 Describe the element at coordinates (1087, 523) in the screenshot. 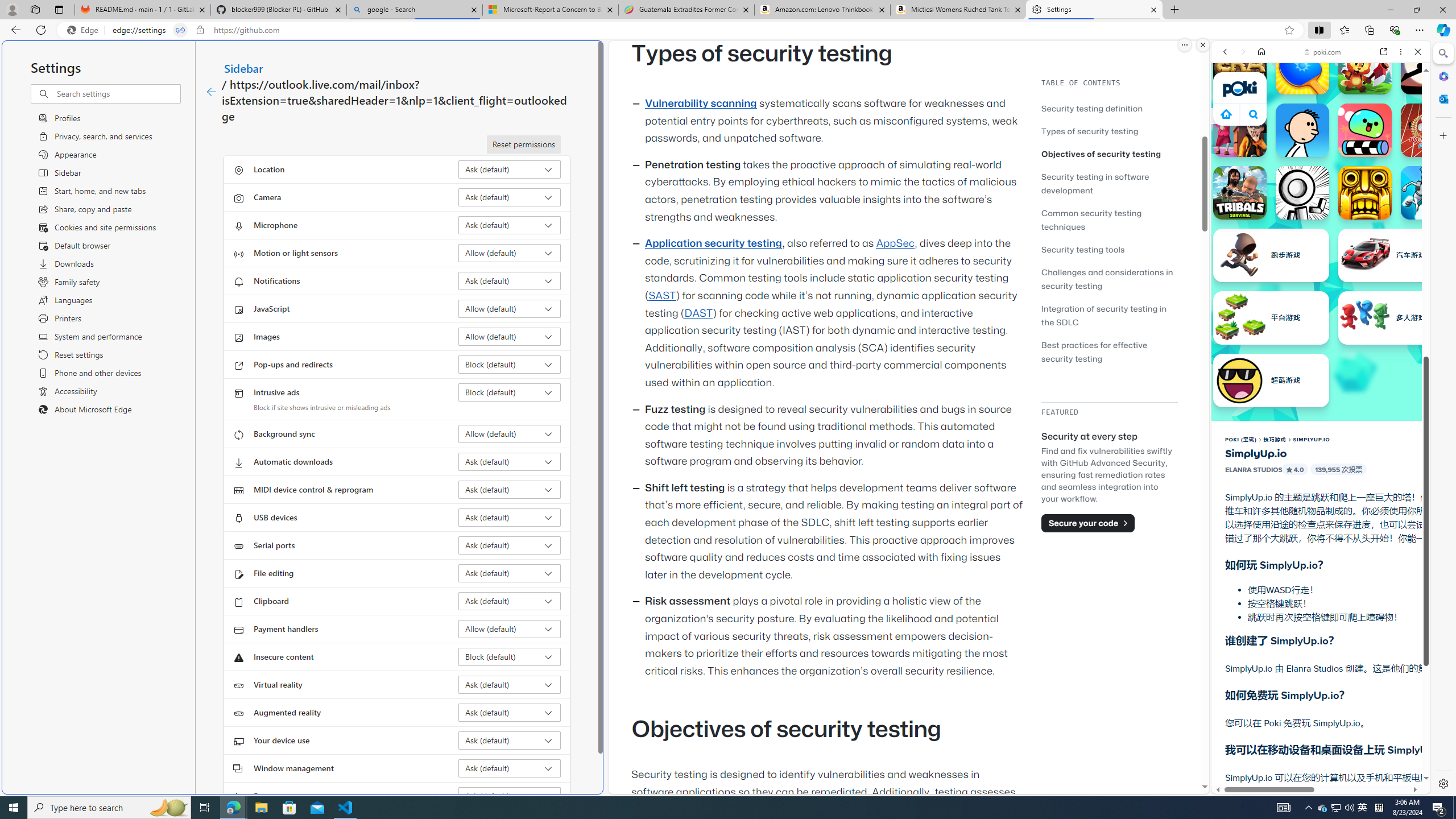

I see `'Secure your code'` at that location.